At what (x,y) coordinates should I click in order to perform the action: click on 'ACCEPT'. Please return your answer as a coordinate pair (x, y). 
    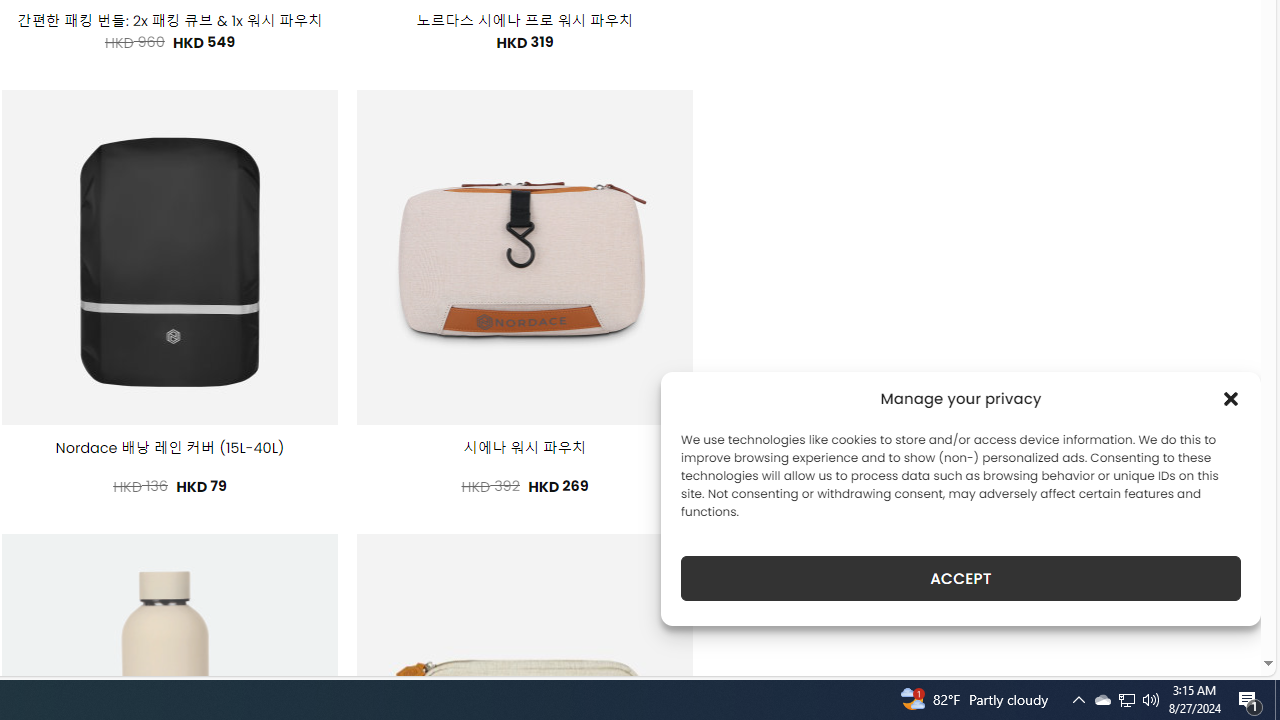
    Looking at the image, I should click on (961, 578).